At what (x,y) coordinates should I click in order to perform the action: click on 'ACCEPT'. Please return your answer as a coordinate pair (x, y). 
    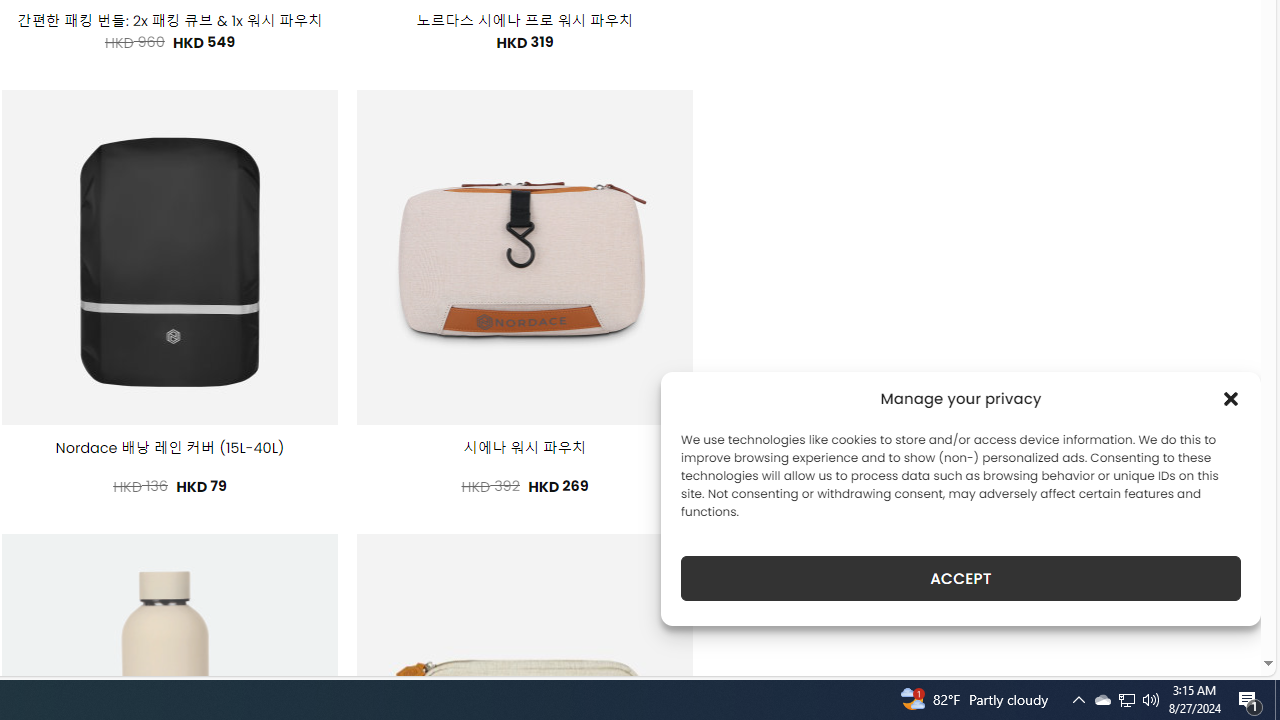
    Looking at the image, I should click on (961, 578).